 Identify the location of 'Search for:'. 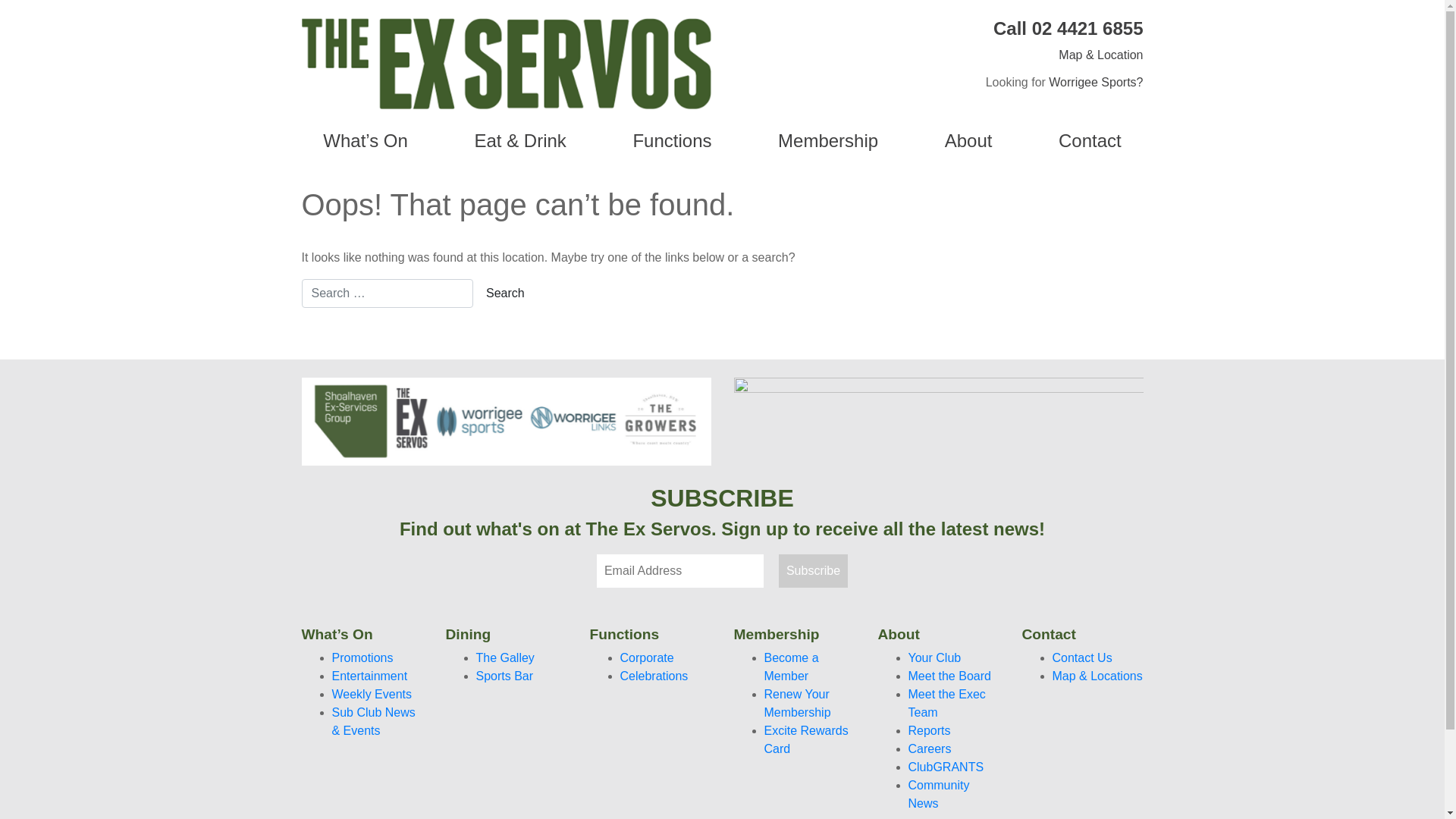
(302, 293).